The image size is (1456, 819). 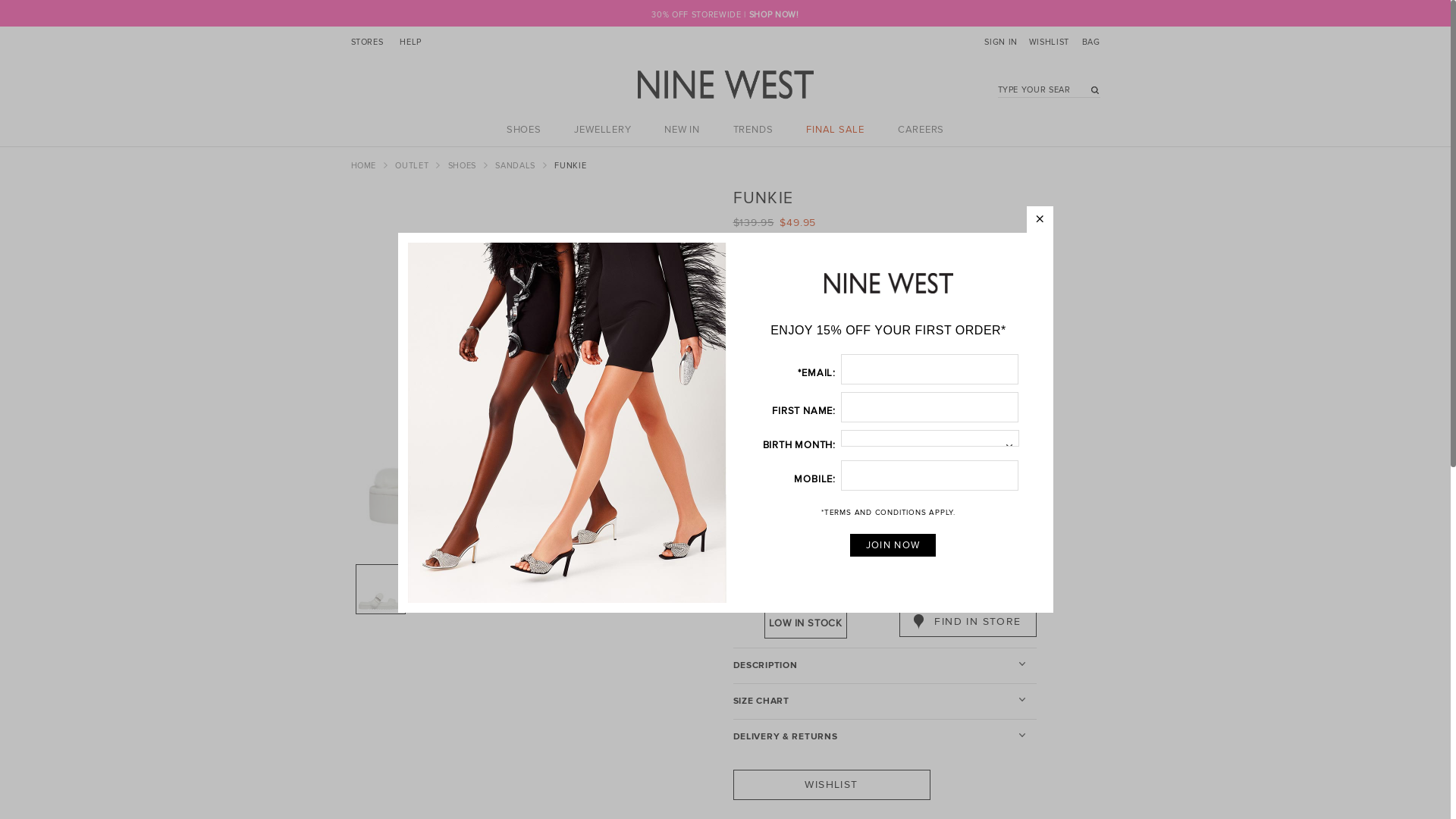 I want to click on 'STORES', so click(x=366, y=42).